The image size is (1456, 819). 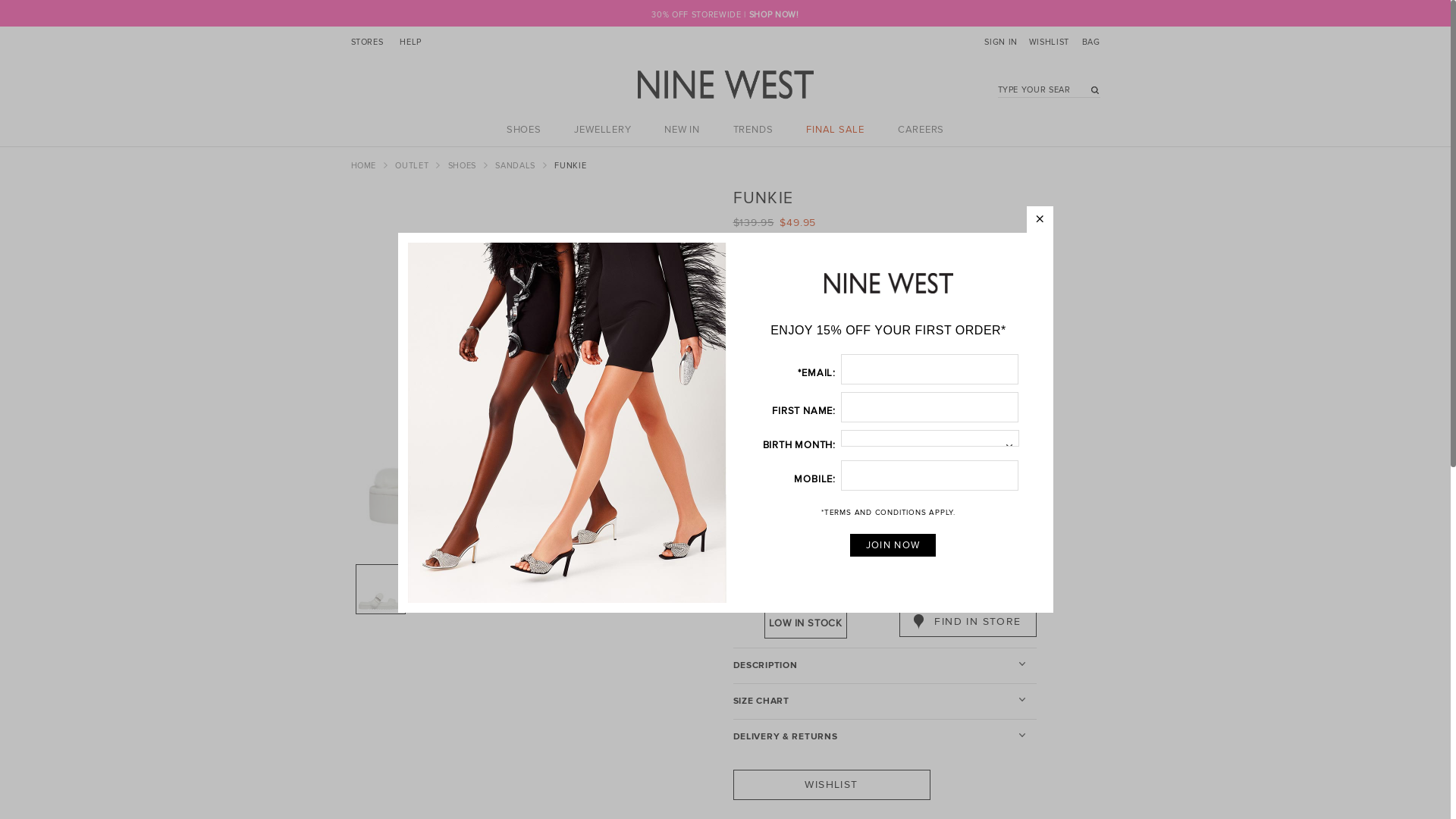 I want to click on 'STORES', so click(x=366, y=42).